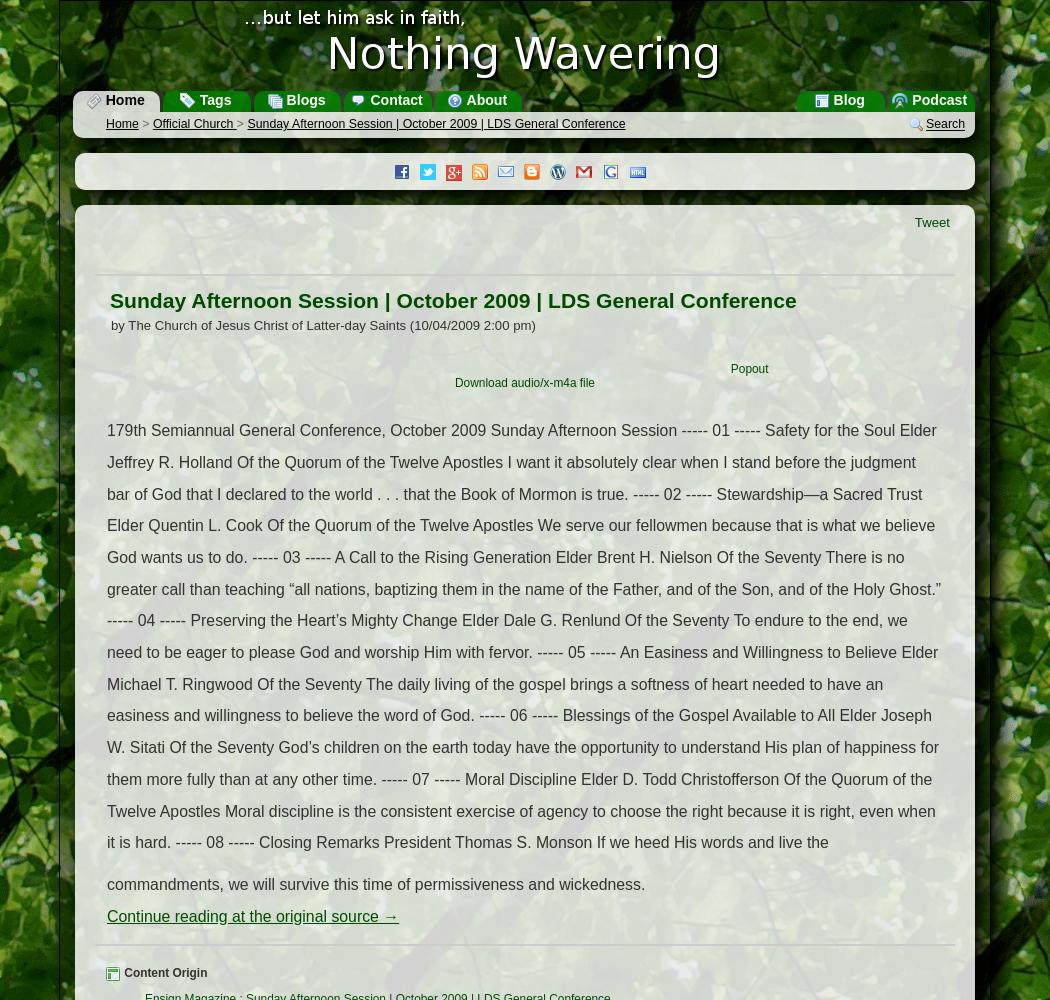 This screenshot has height=1000, width=1050. I want to click on 'Content Origin', so click(164, 972).